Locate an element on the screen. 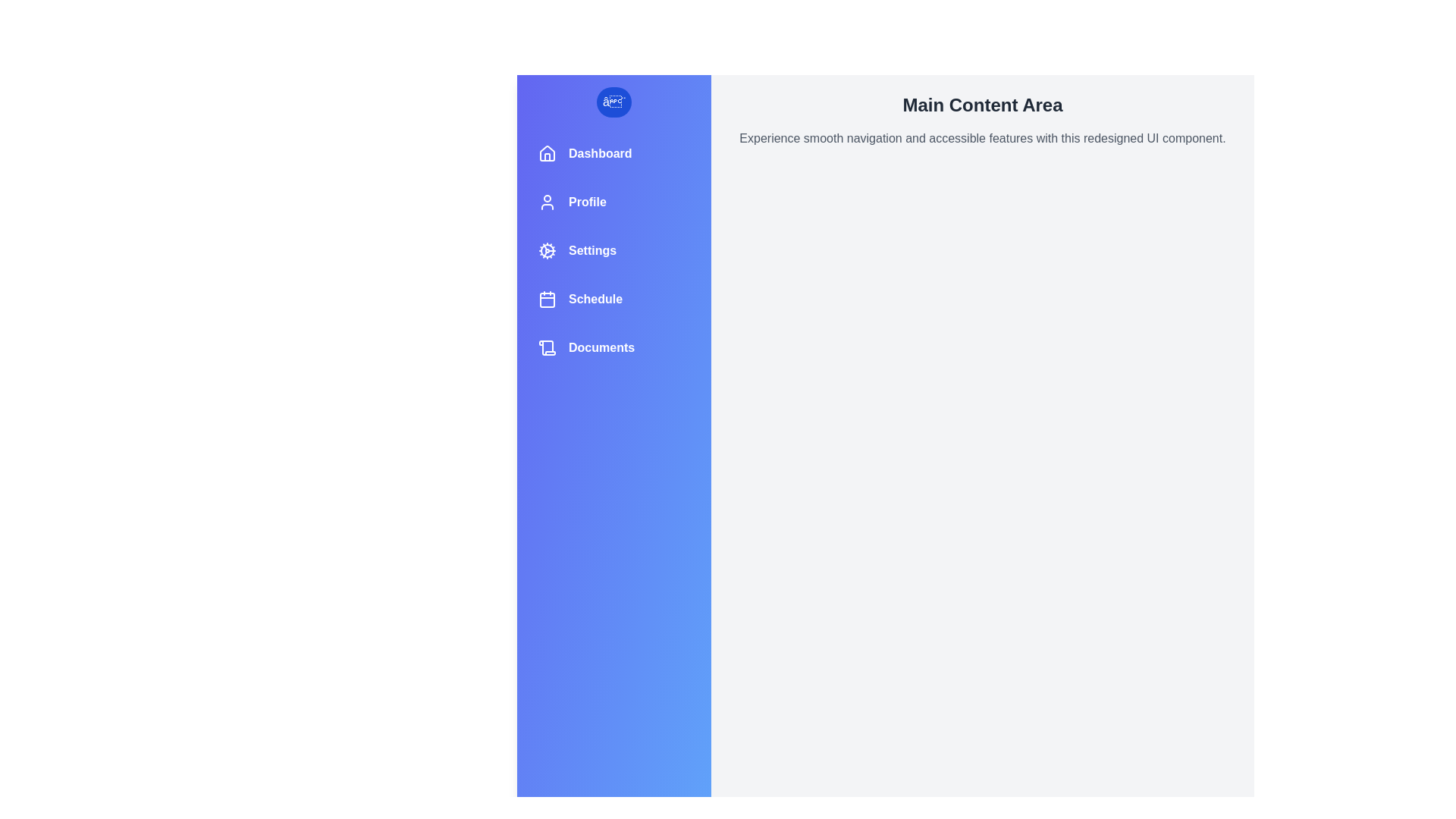 This screenshot has height=819, width=1456. the navigation item labeled 'Settings' to observe the hover effect is located at coordinates (614, 250).